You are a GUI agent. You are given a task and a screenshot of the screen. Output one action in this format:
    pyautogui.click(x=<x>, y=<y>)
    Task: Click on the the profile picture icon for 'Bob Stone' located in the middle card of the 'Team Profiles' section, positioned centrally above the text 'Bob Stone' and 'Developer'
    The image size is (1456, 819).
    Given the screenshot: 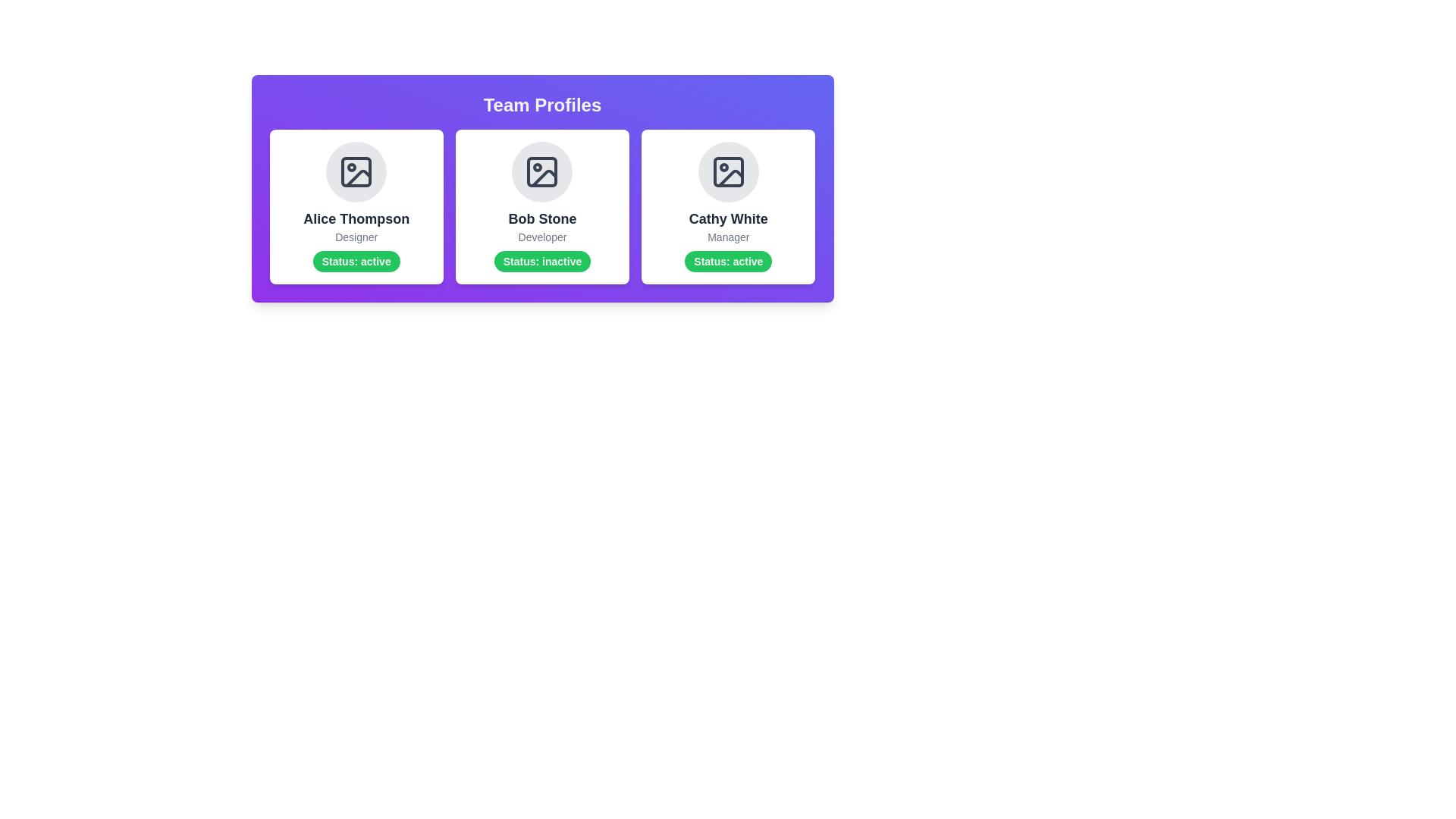 What is the action you would take?
    pyautogui.click(x=544, y=177)
    